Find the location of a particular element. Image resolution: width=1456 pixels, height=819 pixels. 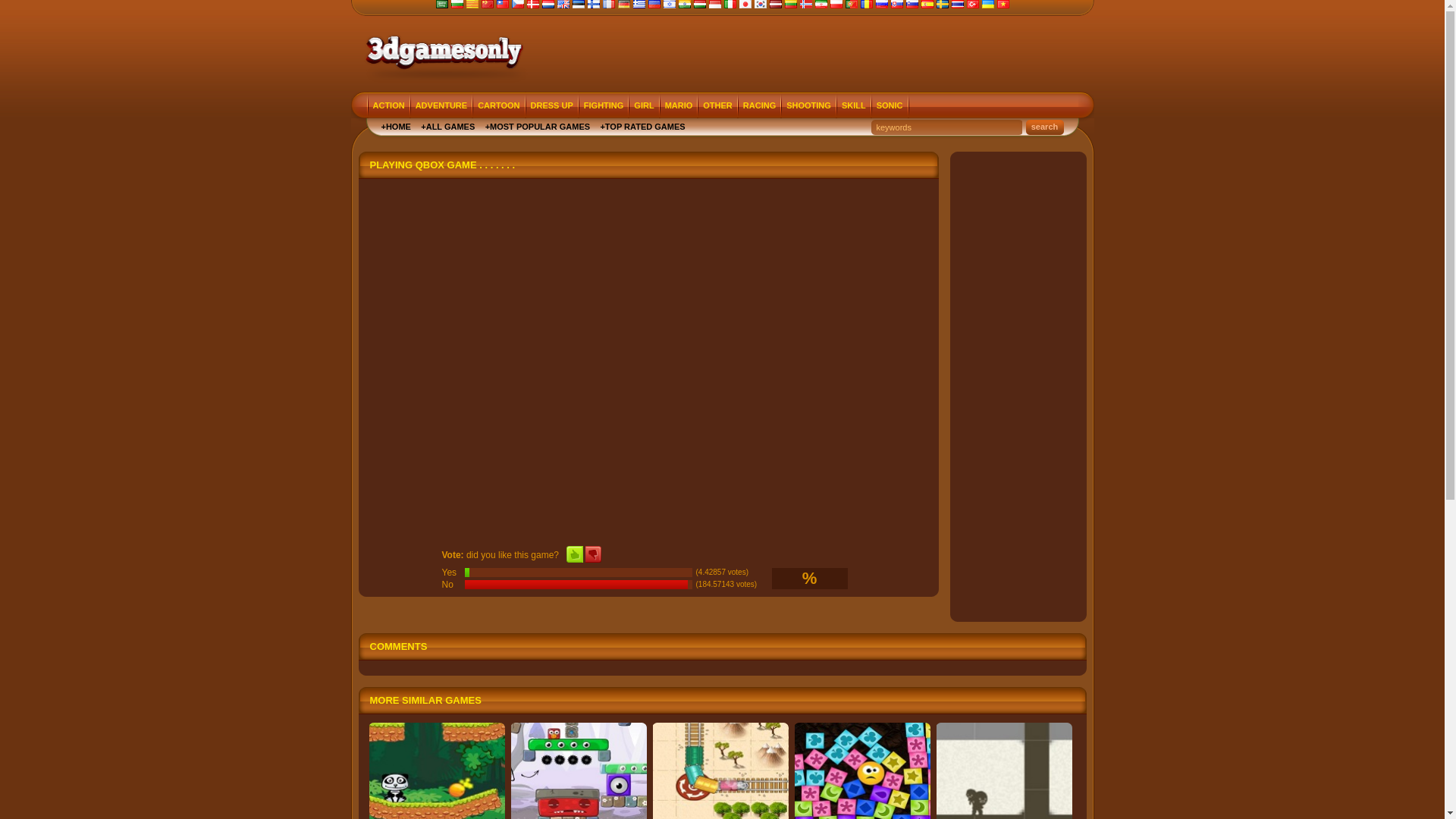

'Yes' is located at coordinates (574, 554).